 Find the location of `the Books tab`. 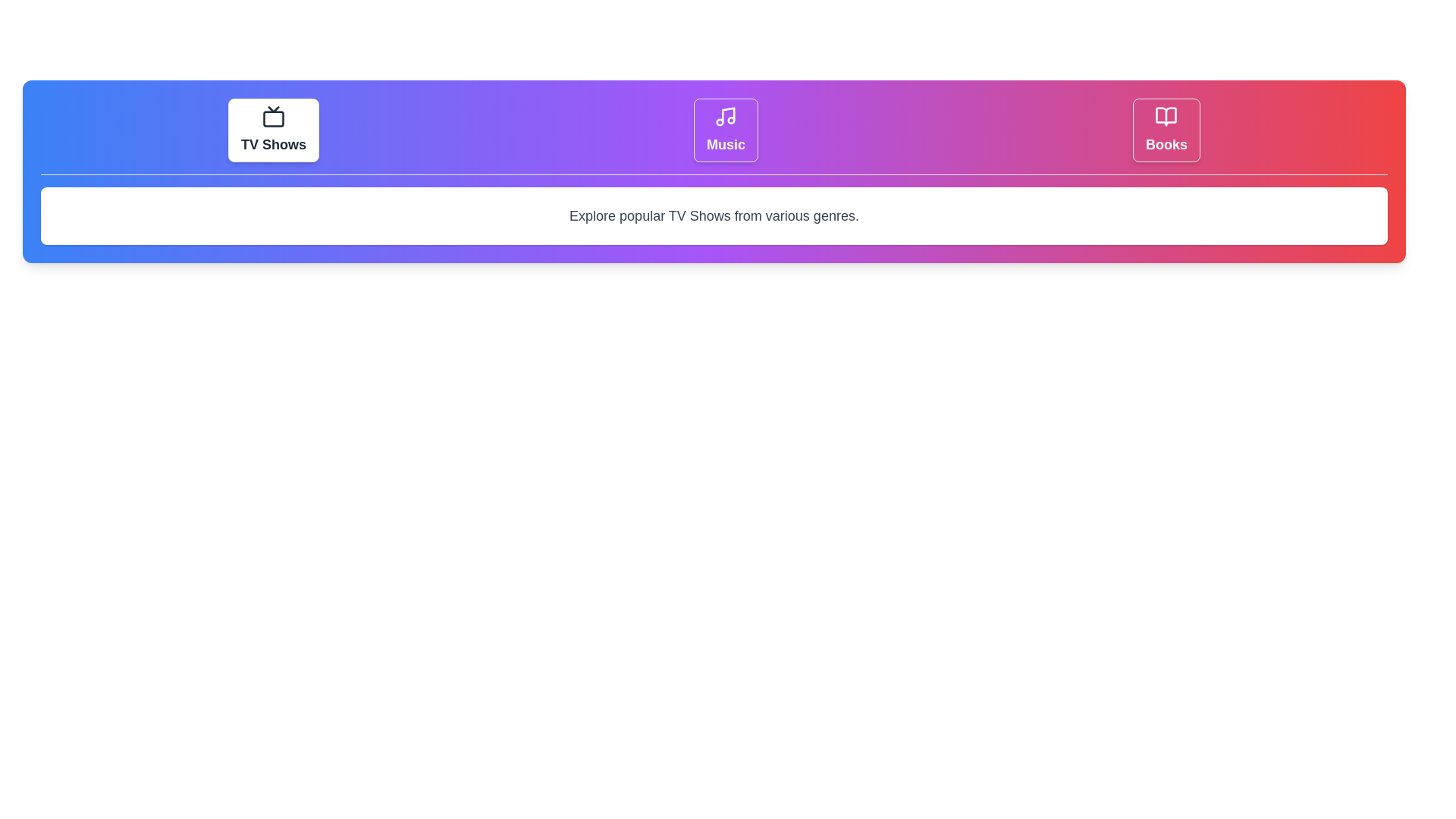

the Books tab is located at coordinates (1165, 130).